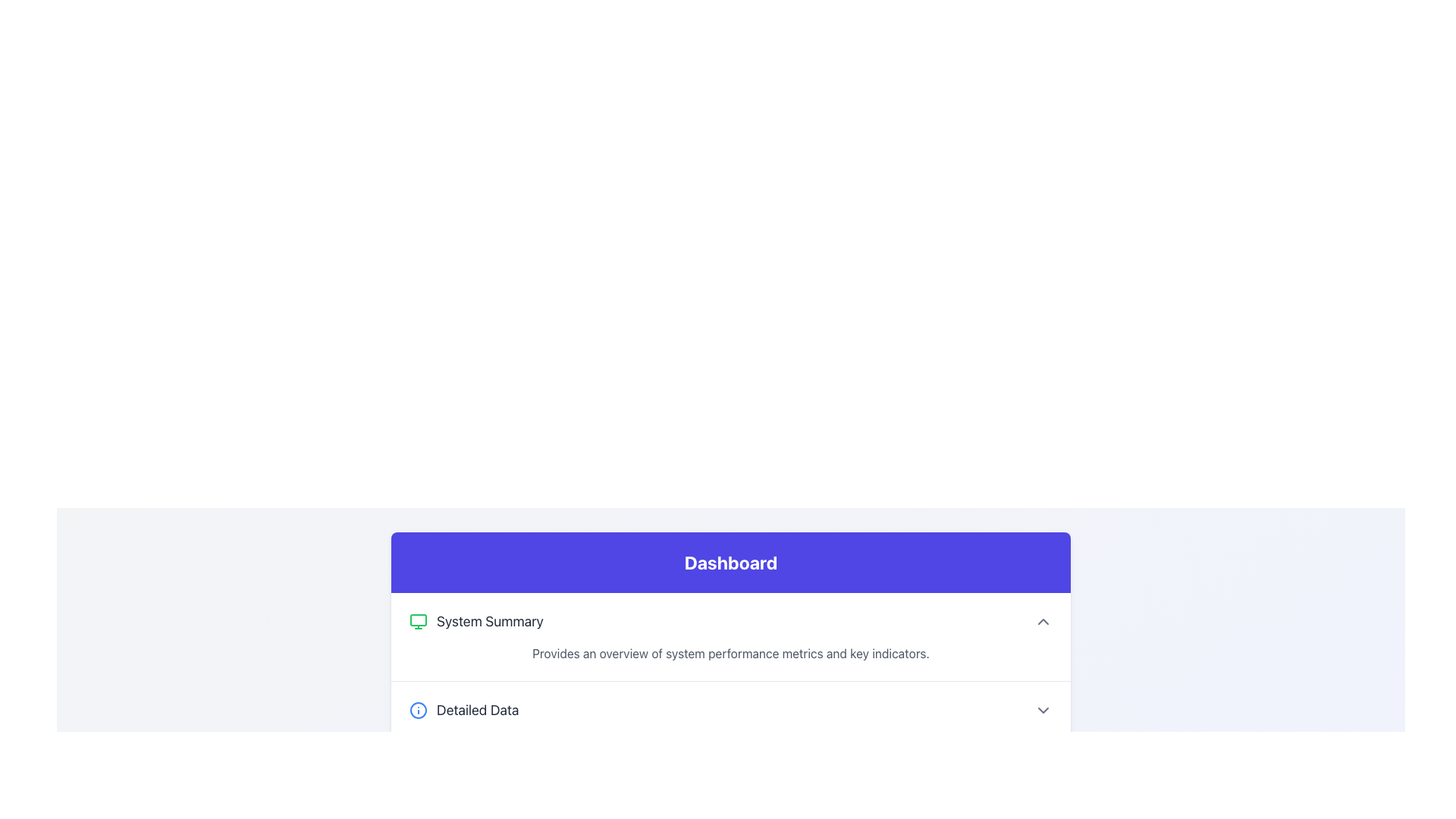  Describe the element at coordinates (463, 711) in the screenshot. I see `the 'Detailed Data' text label with icon, which includes bold text and a circular blue outlined information icon on the left, to possibly reveal additional details` at that location.